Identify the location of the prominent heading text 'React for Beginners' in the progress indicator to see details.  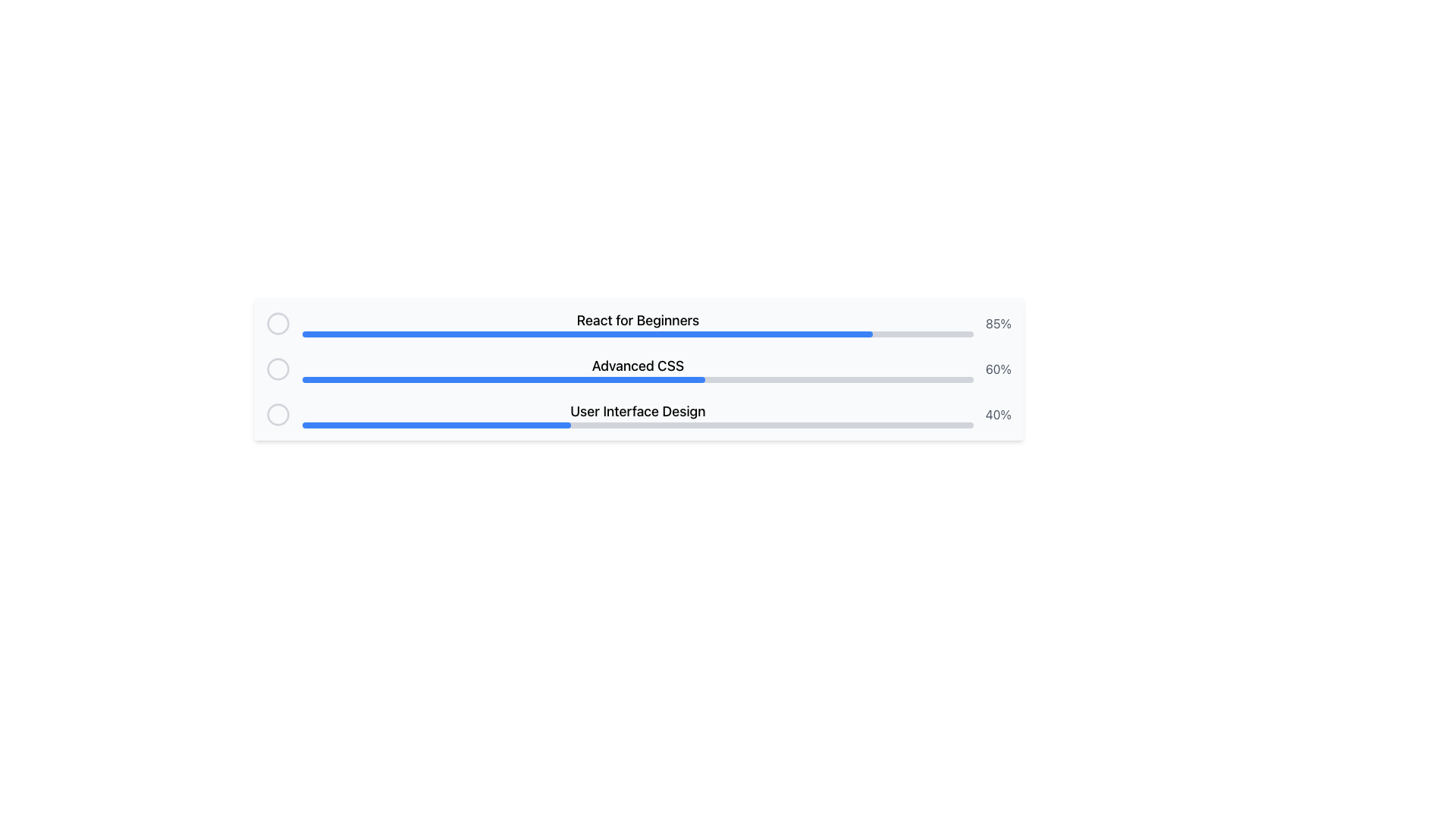
(638, 323).